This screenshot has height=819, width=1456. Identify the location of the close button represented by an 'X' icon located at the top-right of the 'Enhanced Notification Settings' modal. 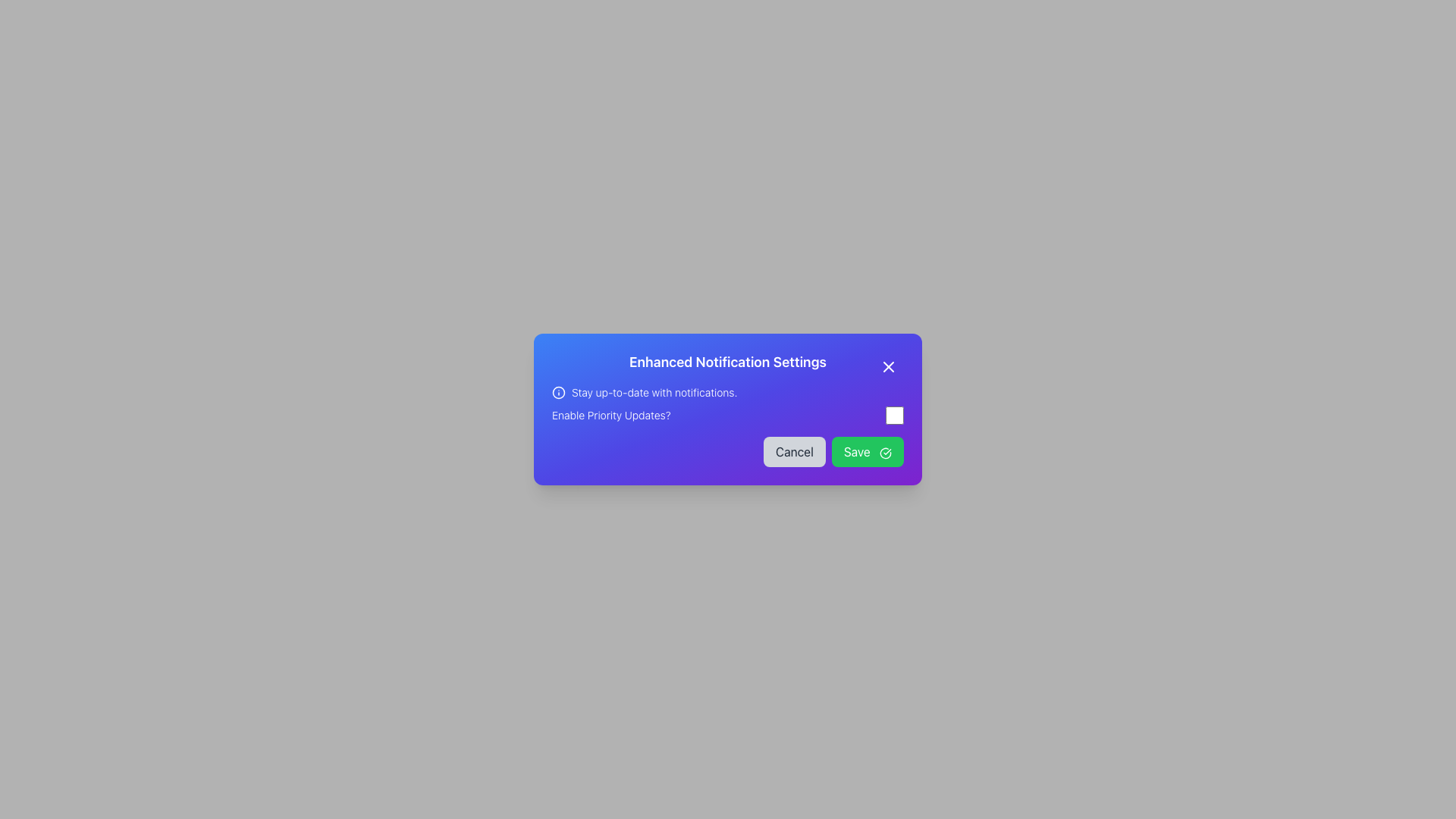
(888, 366).